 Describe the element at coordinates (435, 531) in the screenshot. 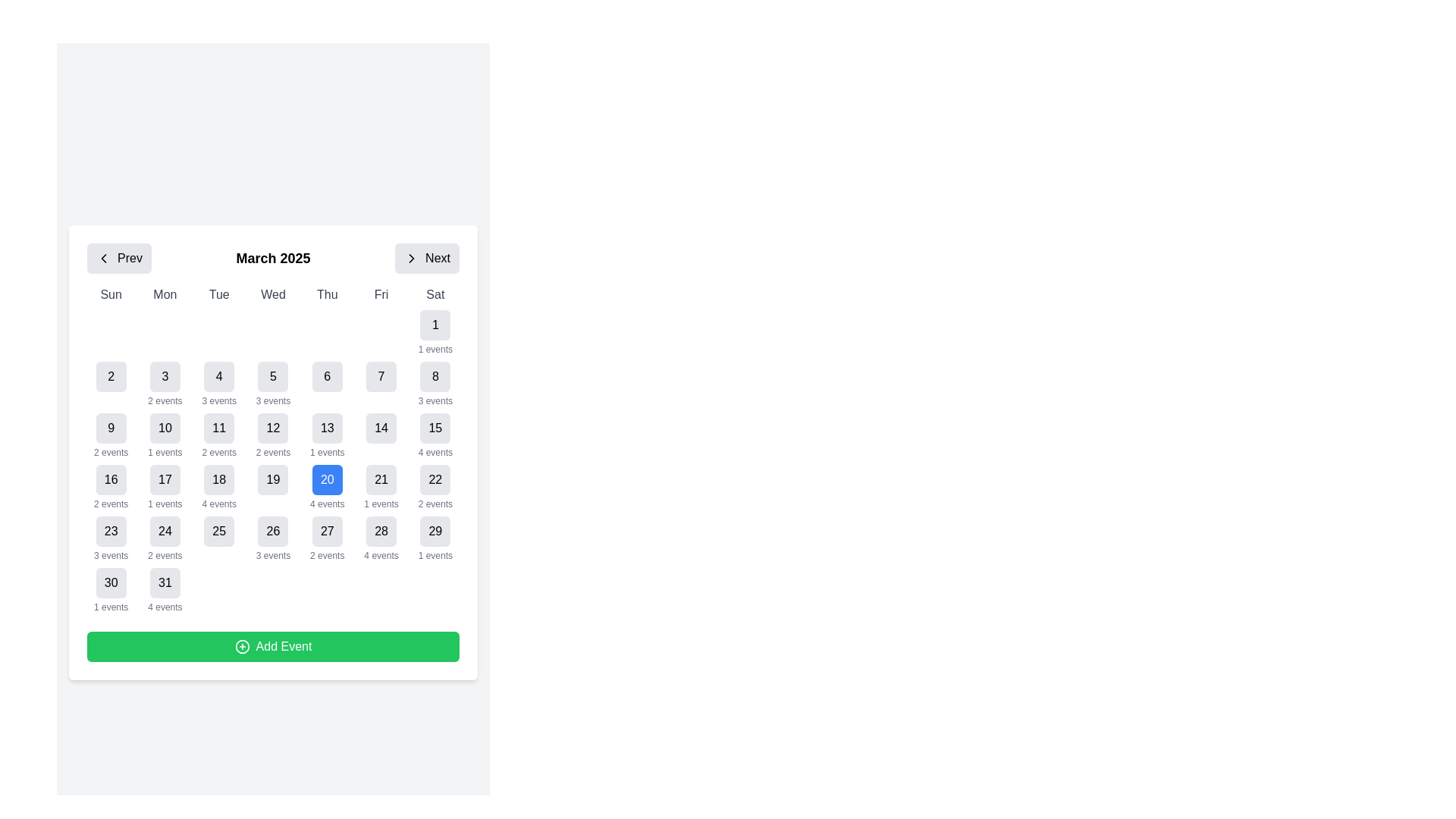

I see `the button representing the date '29' on the calendar` at that location.